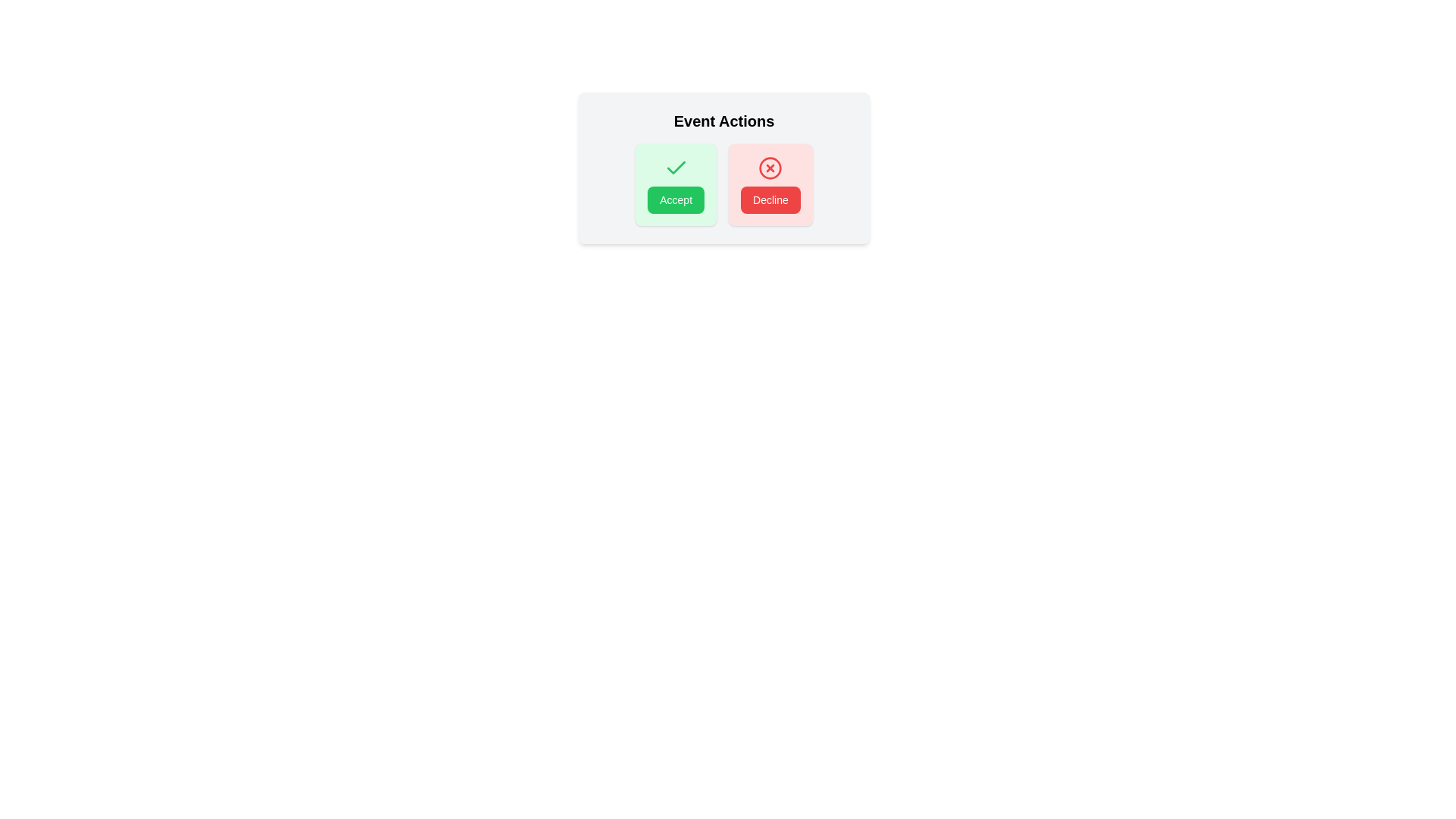 This screenshot has width=1456, height=819. What do you see at coordinates (770, 184) in the screenshot?
I see `the Decline button, which has a red background, white text, and a red 'X' icon above it` at bounding box center [770, 184].